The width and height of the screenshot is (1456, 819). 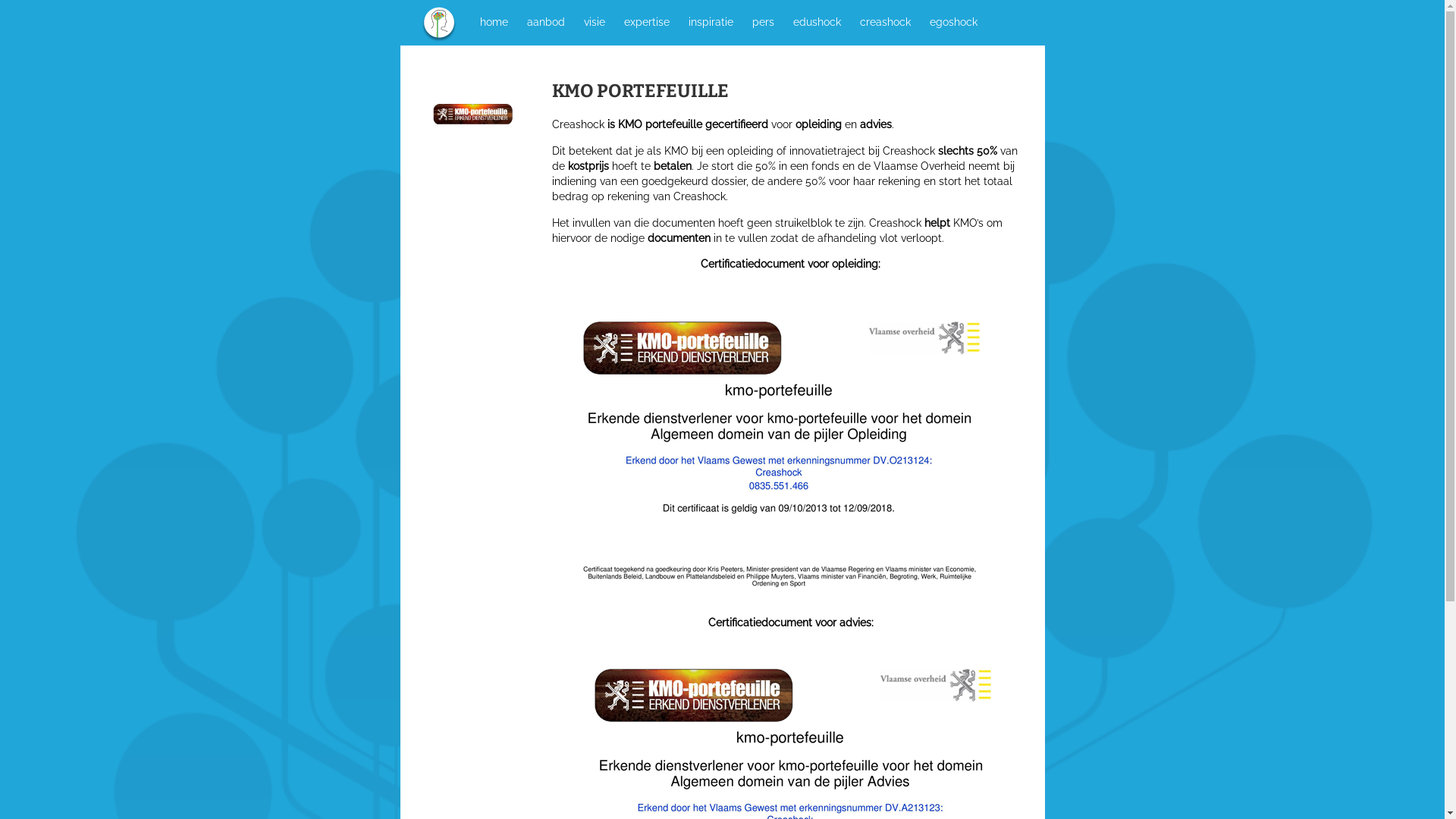 I want to click on 'egoshock', so click(x=924, y=21).